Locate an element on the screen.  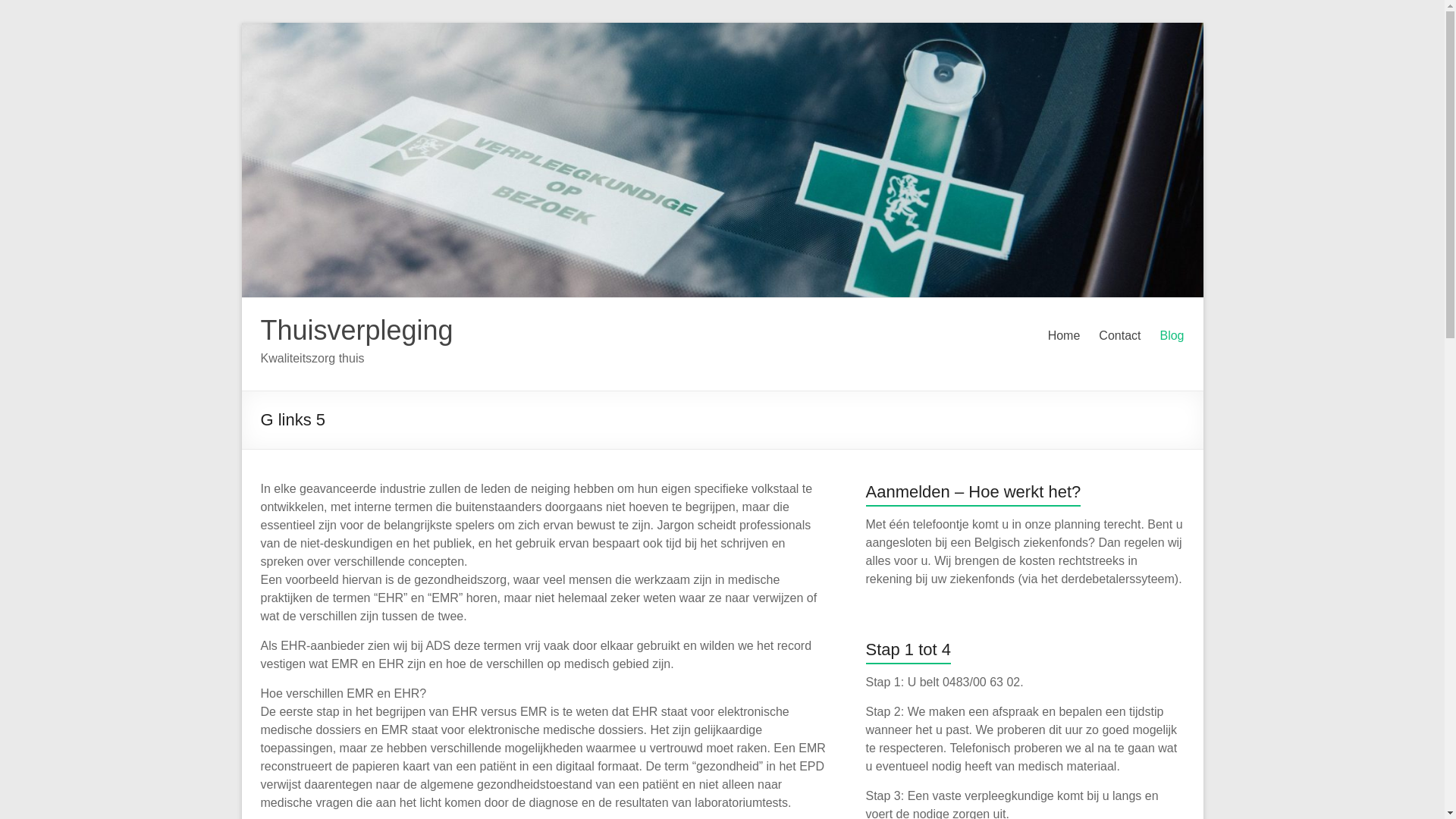
'Home' is located at coordinates (1063, 335).